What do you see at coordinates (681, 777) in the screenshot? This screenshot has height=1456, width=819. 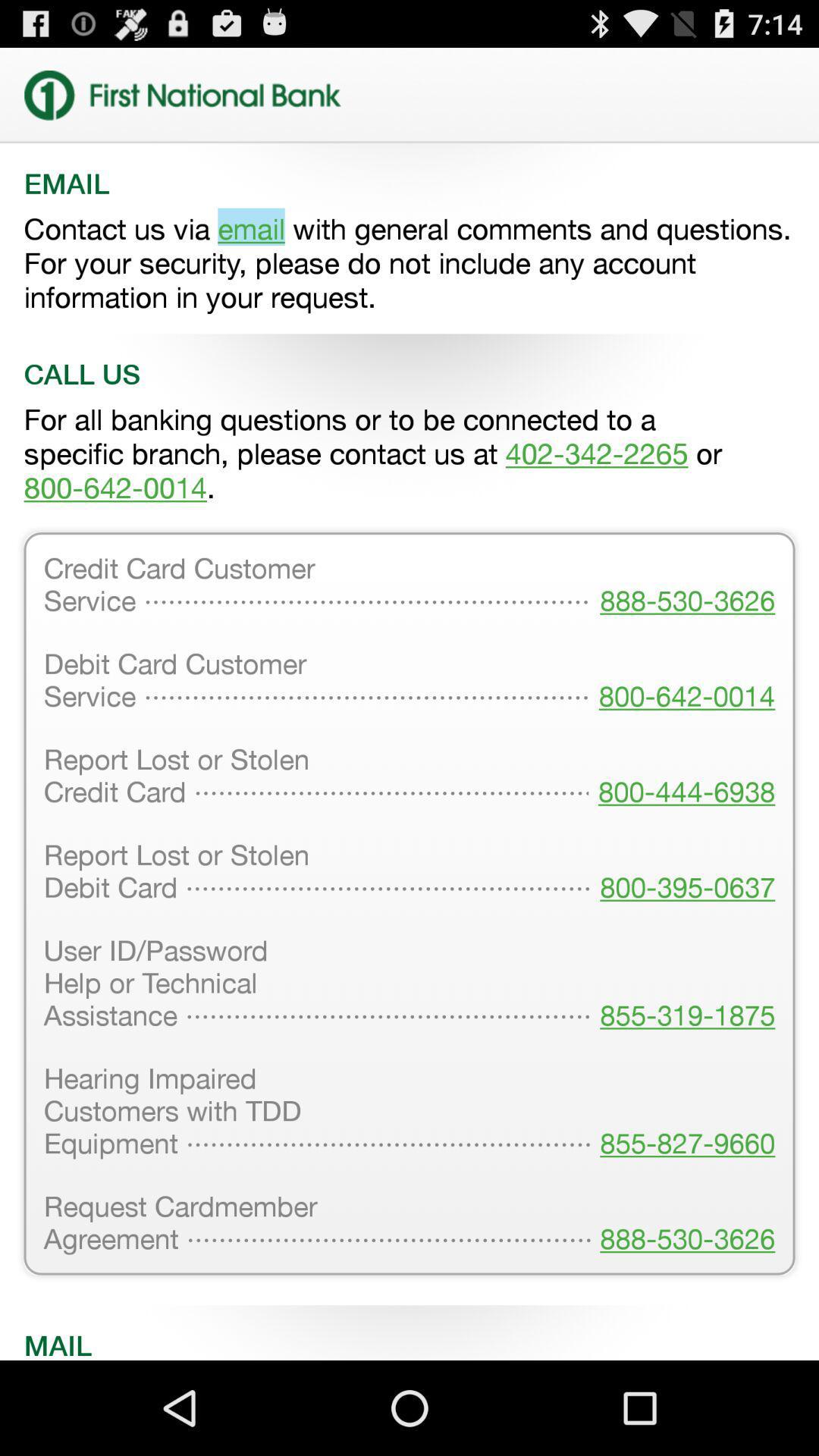 I see `icon below debit card customer icon` at bounding box center [681, 777].